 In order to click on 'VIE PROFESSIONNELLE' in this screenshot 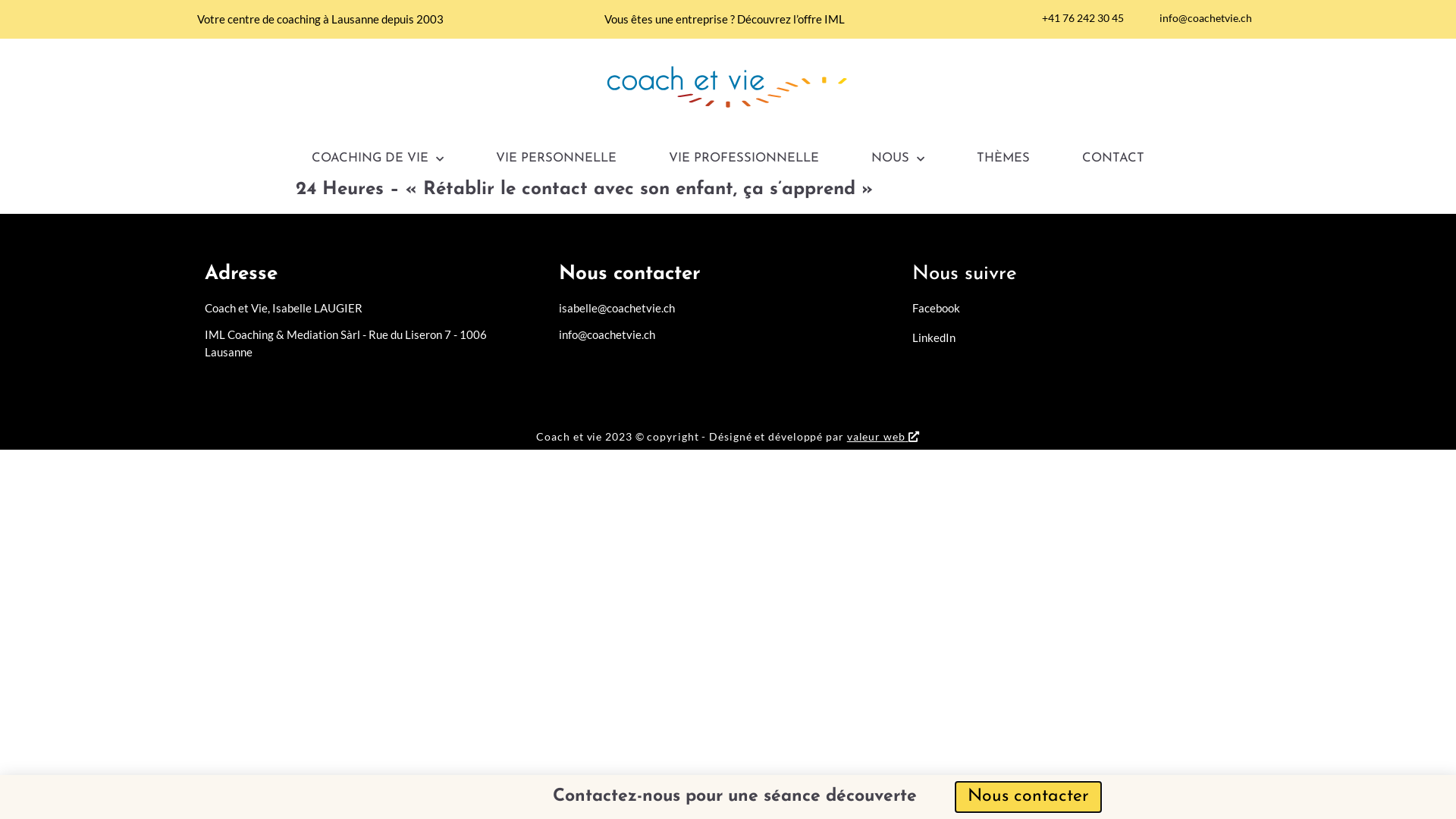, I will do `click(668, 158)`.